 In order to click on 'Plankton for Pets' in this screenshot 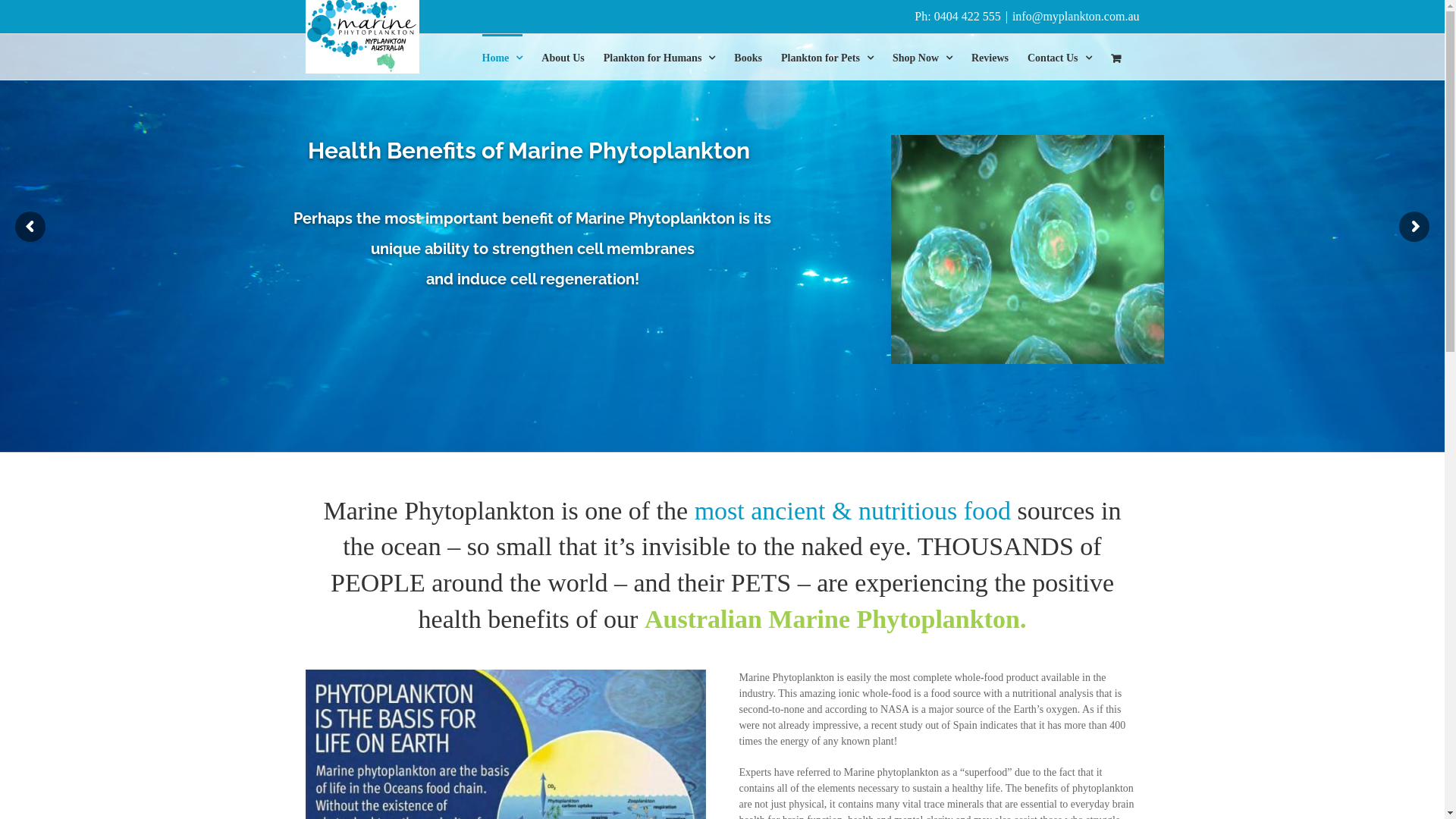, I will do `click(826, 55)`.